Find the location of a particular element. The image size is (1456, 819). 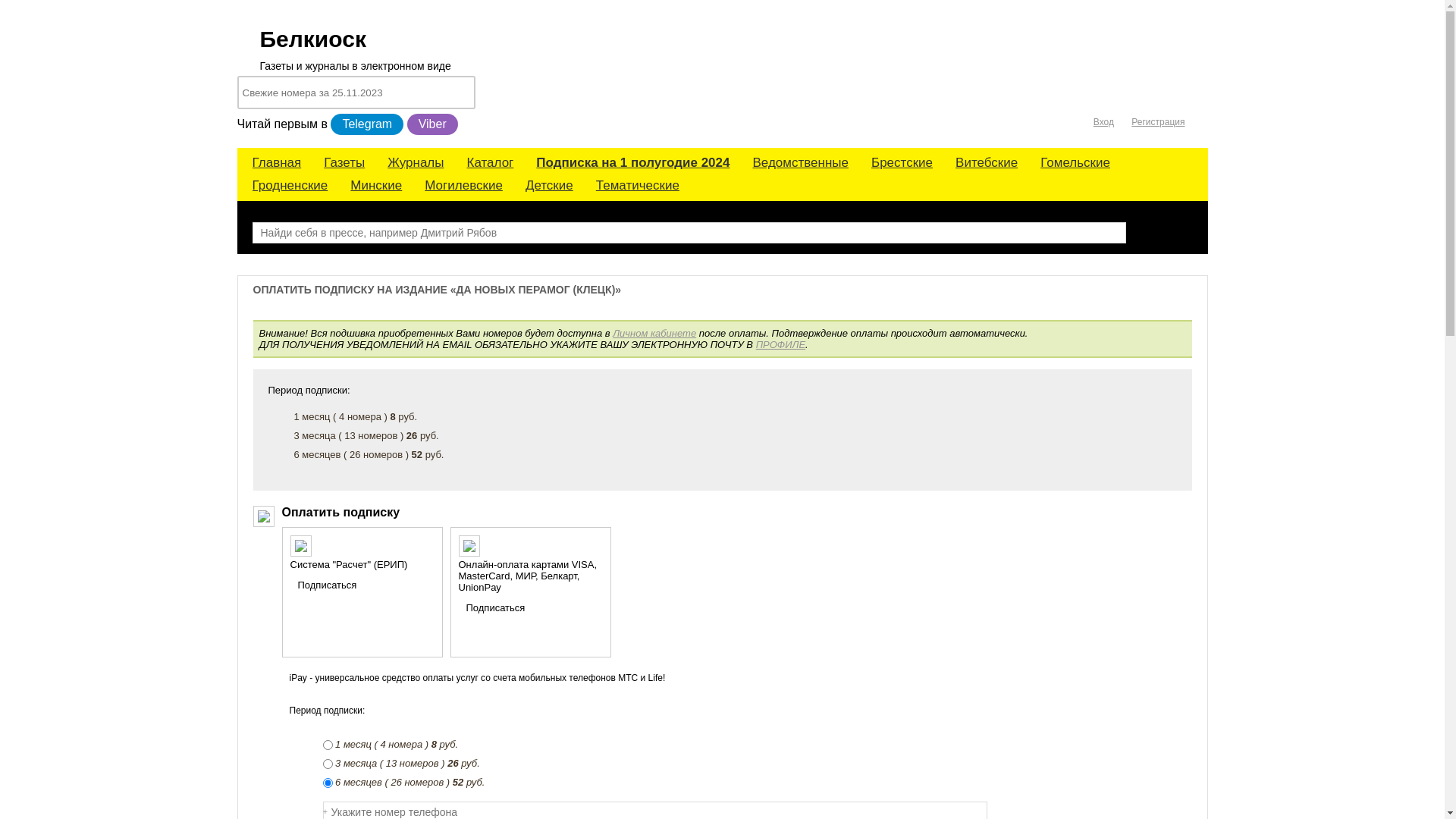

'Viber' is located at coordinates (431, 124).